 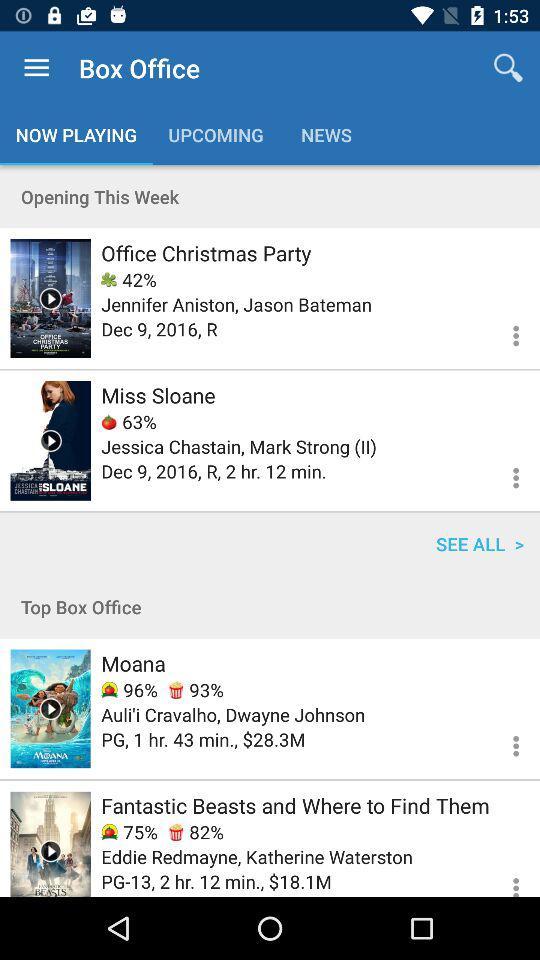 What do you see at coordinates (503, 475) in the screenshot?
I see `get more info` at bounding box center [503, 475].